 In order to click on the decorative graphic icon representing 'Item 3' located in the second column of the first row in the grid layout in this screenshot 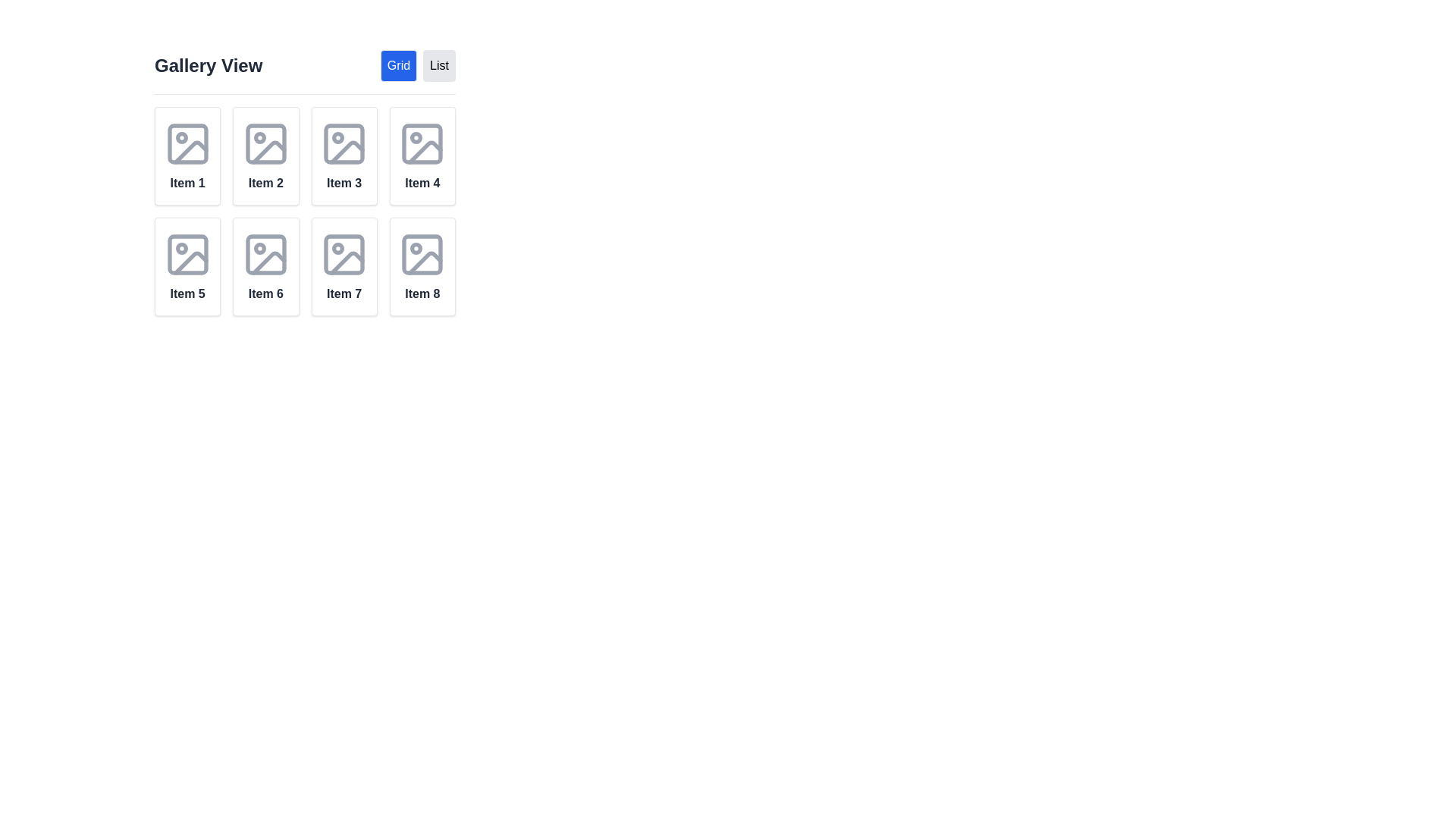, I will do `click(344, 143)`.